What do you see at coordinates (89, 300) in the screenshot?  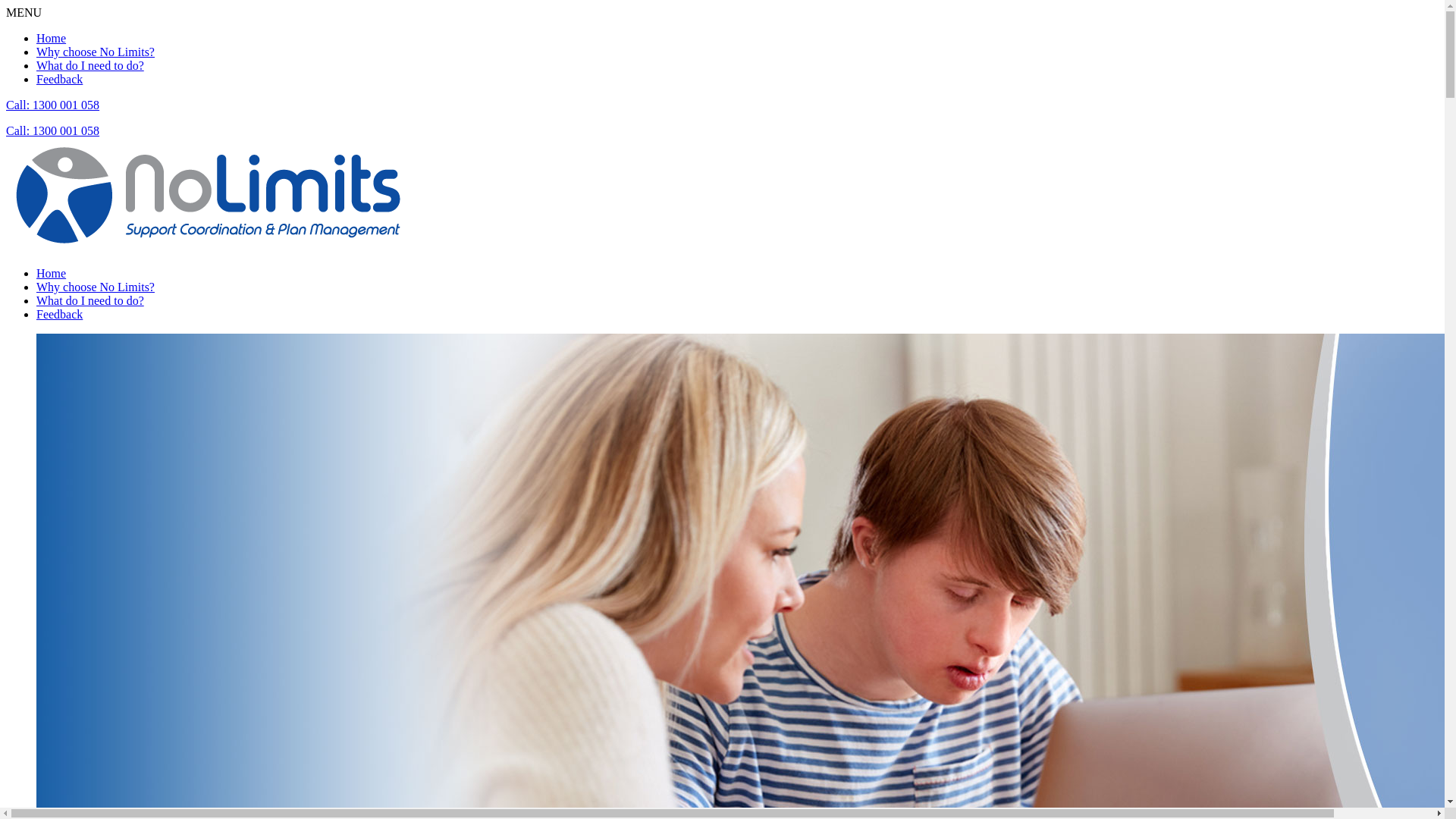 I see `'What do I need to do?'` at bounding box center [89, 300].